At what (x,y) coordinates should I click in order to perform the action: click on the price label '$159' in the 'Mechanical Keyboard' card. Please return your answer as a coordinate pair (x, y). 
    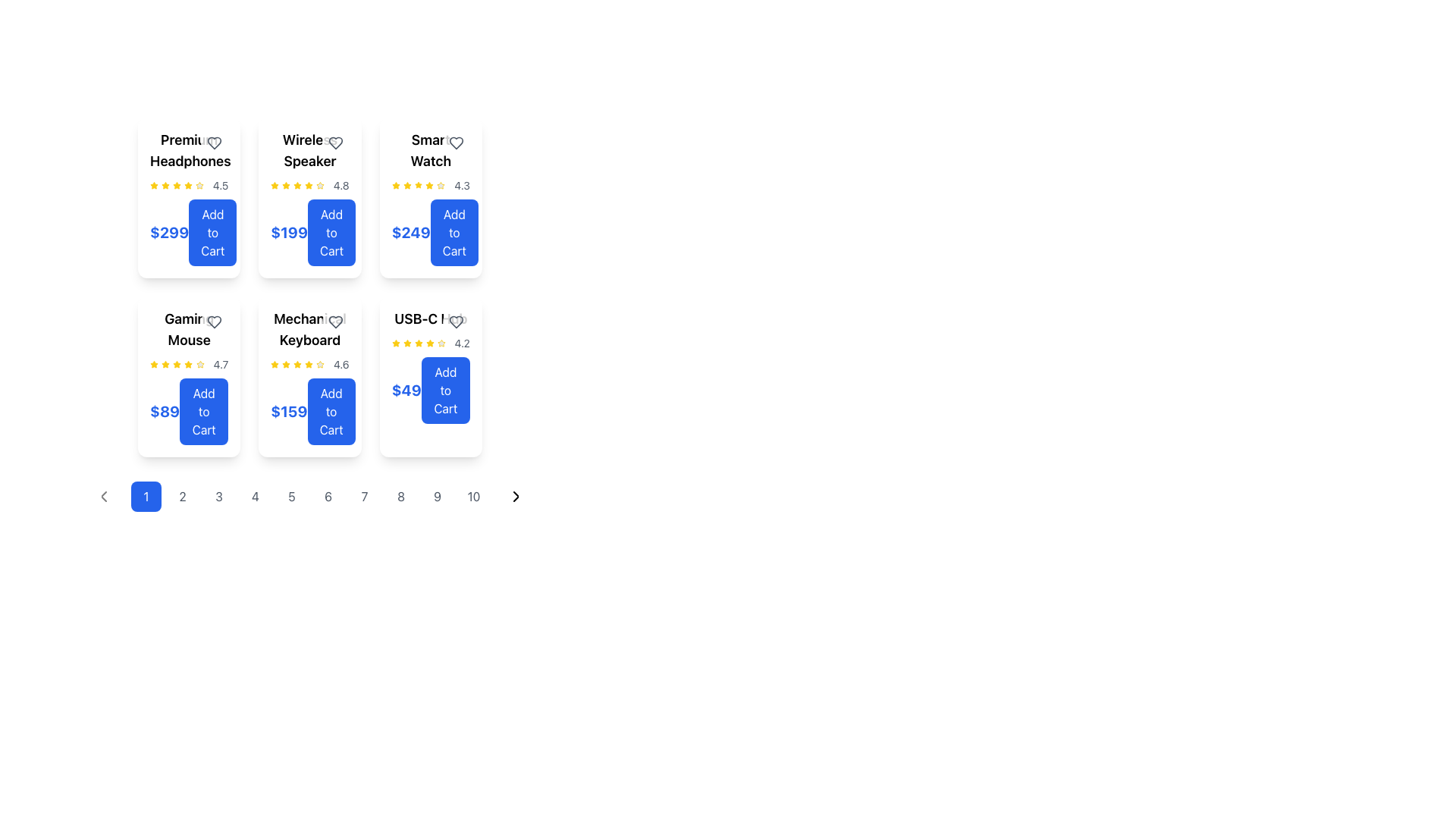
    Looking at the image, I should click on (309, 412).